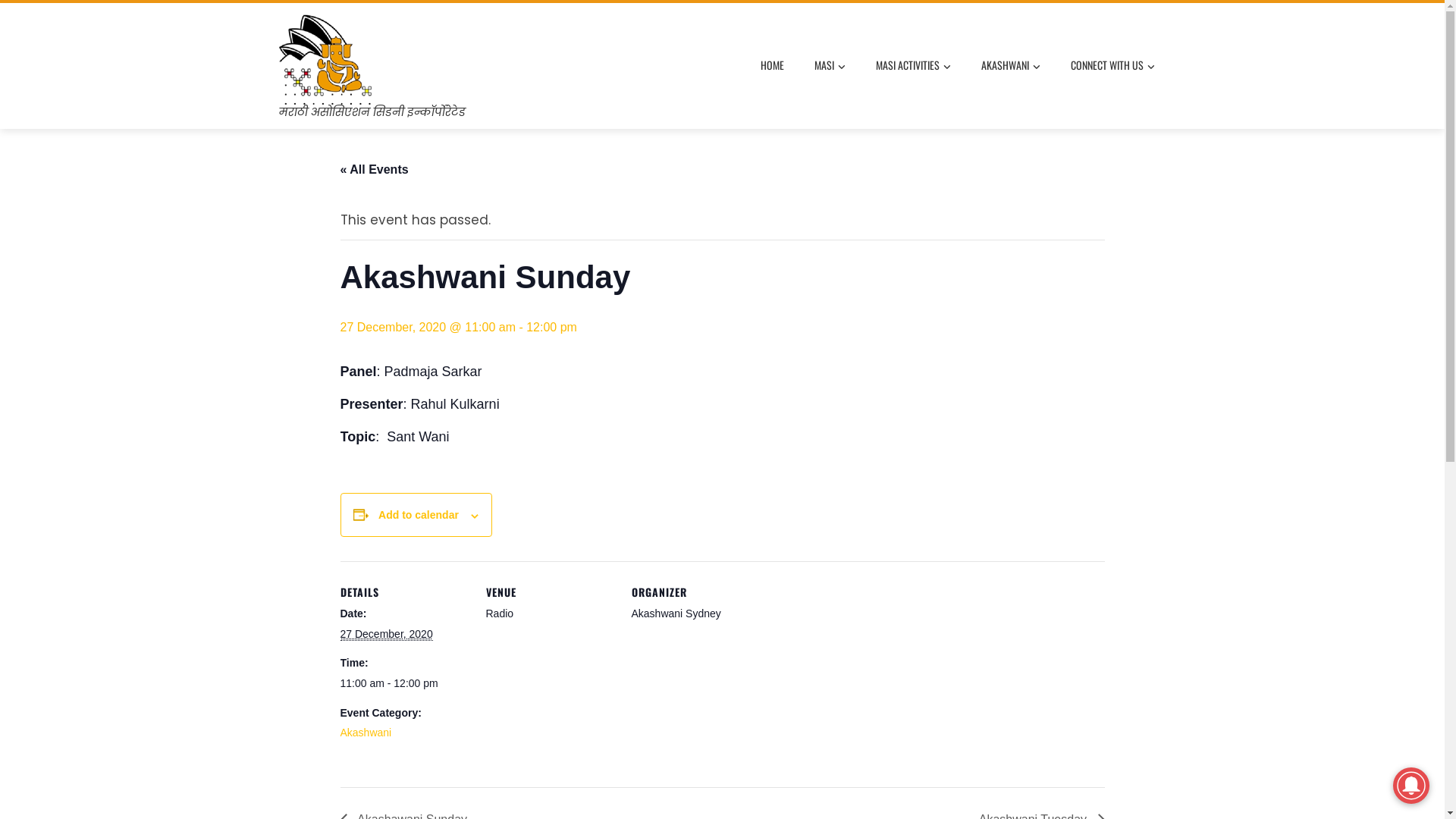 Image resolution: width=1456 pixels, height=819 pixels. I want to click on 'Add to calendar', so click(419, 513).